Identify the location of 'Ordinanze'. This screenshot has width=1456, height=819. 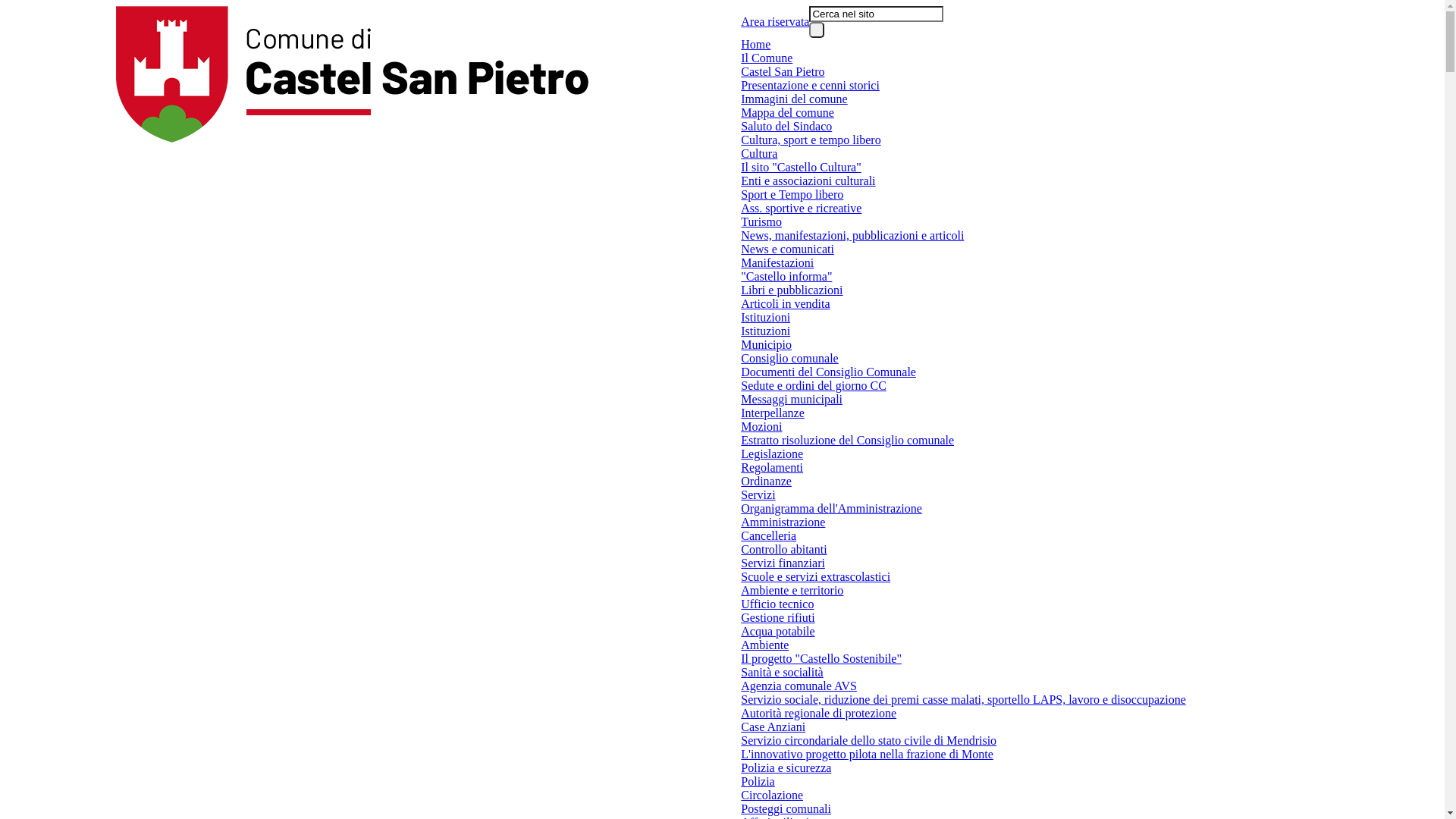
(766, 482).